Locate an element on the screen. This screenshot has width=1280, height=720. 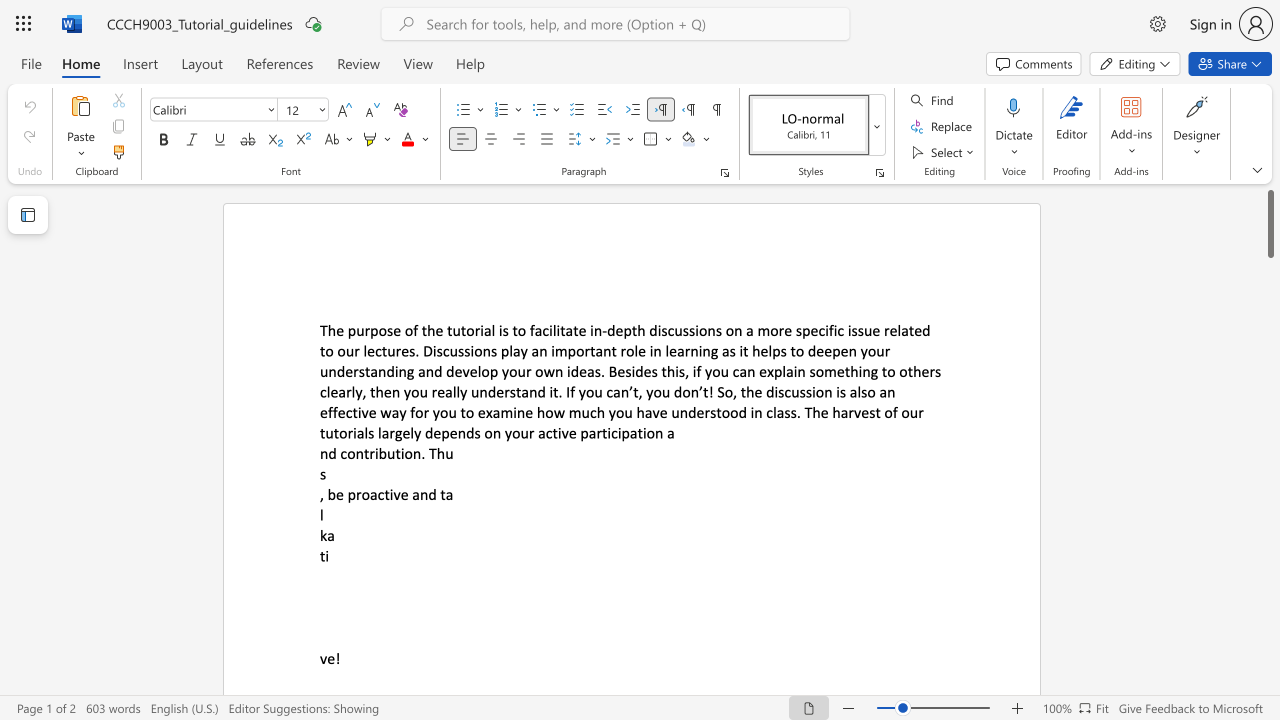
the scrollbar to scroll the page down is located at coordinates (1269, 450).